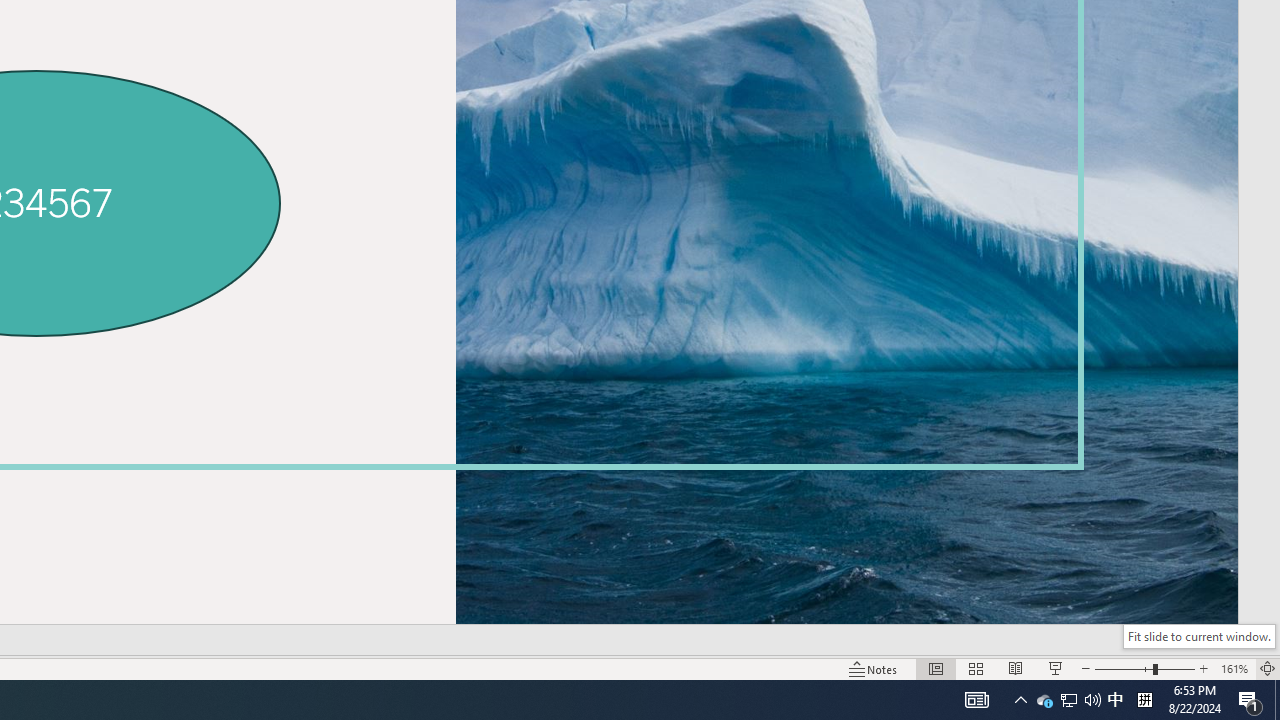  I want to click on 'Zoom In', so click(1203, 669).